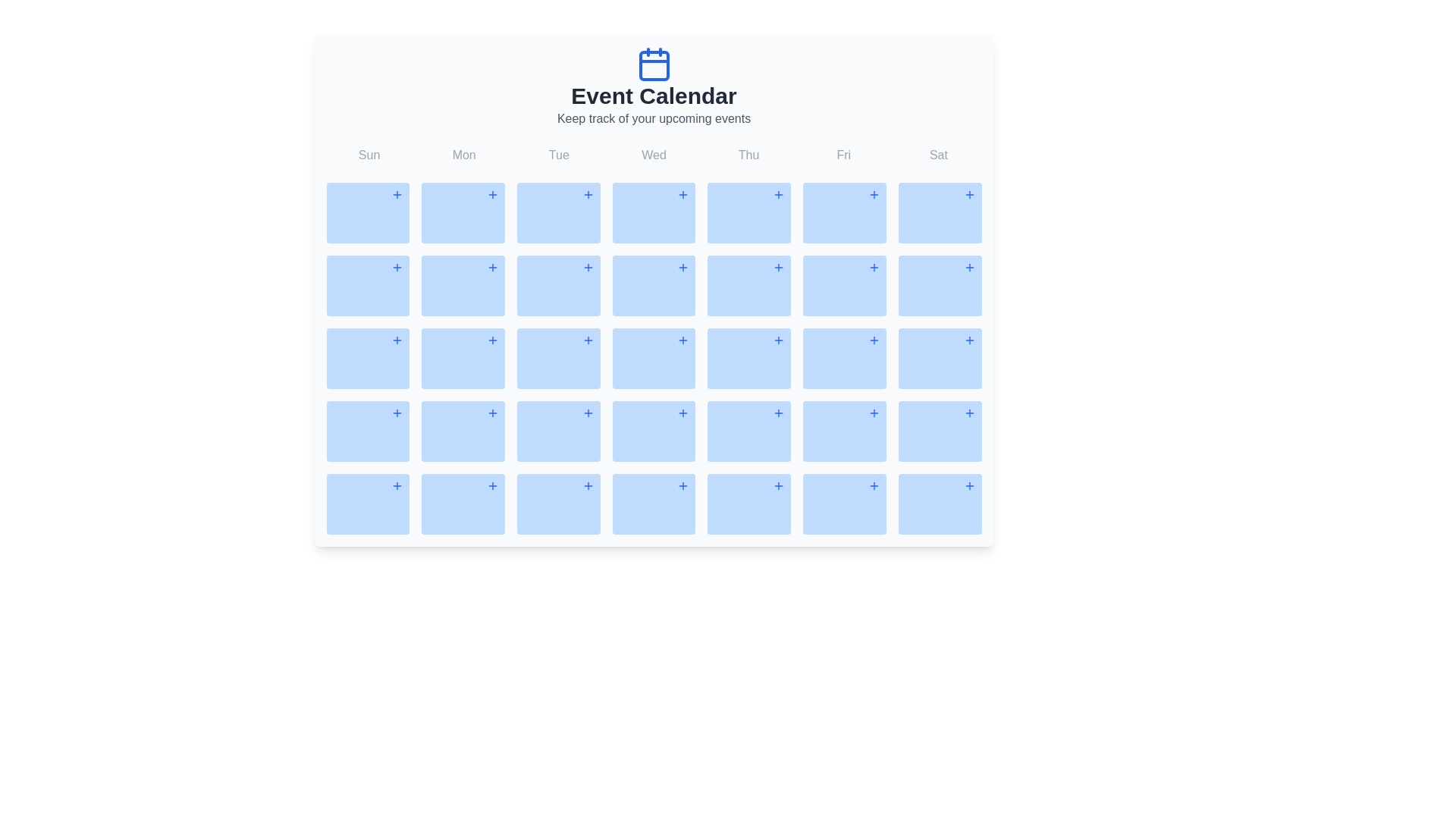  Describe the element at coordinates (779, 485) in the screenshot. I see `the plus icon button, which is styled in blue and located in the bottom row and fifth column of the grid layout` at that location.